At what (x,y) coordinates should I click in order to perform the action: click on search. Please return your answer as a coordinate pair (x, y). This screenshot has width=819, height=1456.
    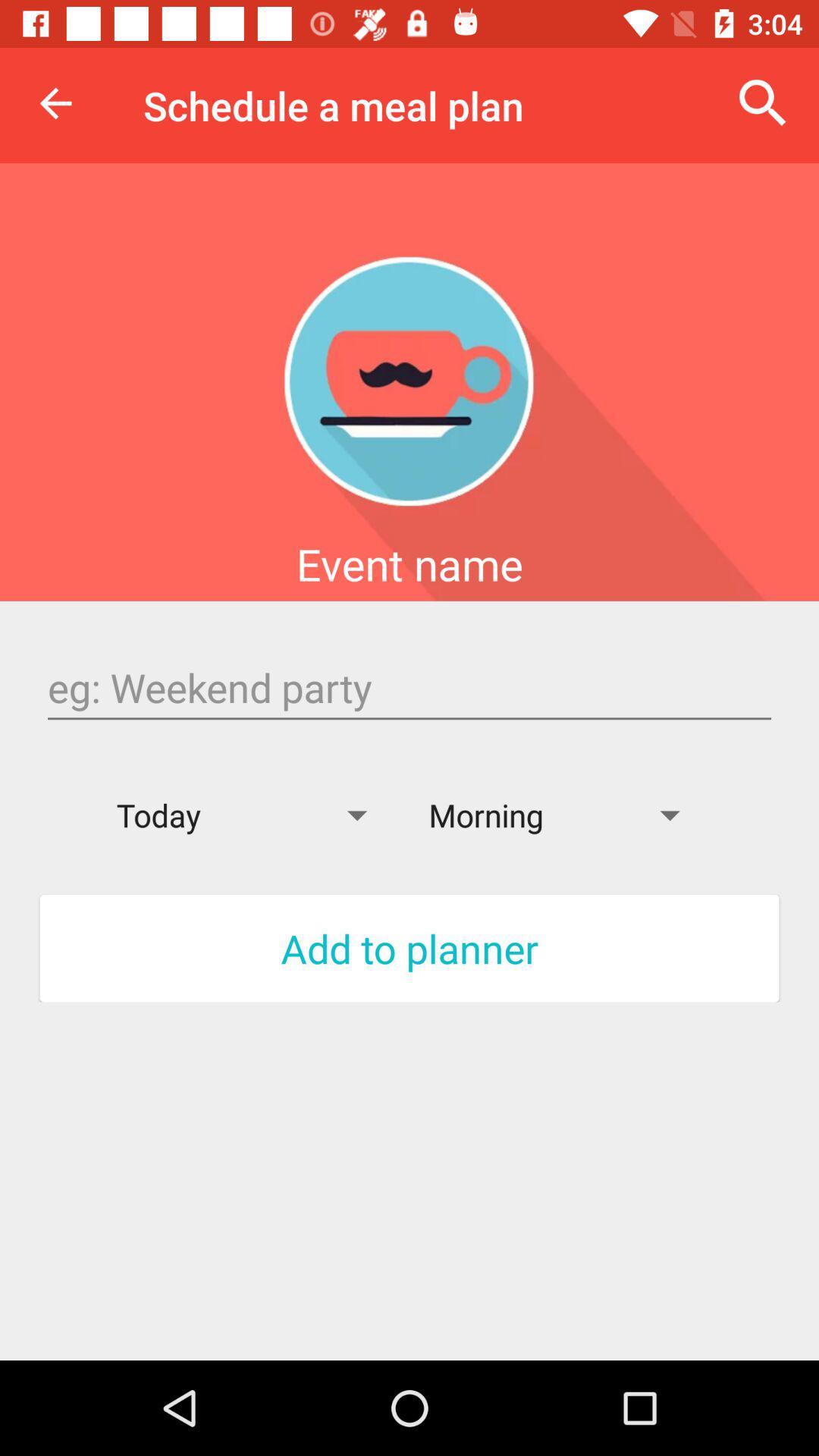
    Looking at the image, I should click on (409, 687).